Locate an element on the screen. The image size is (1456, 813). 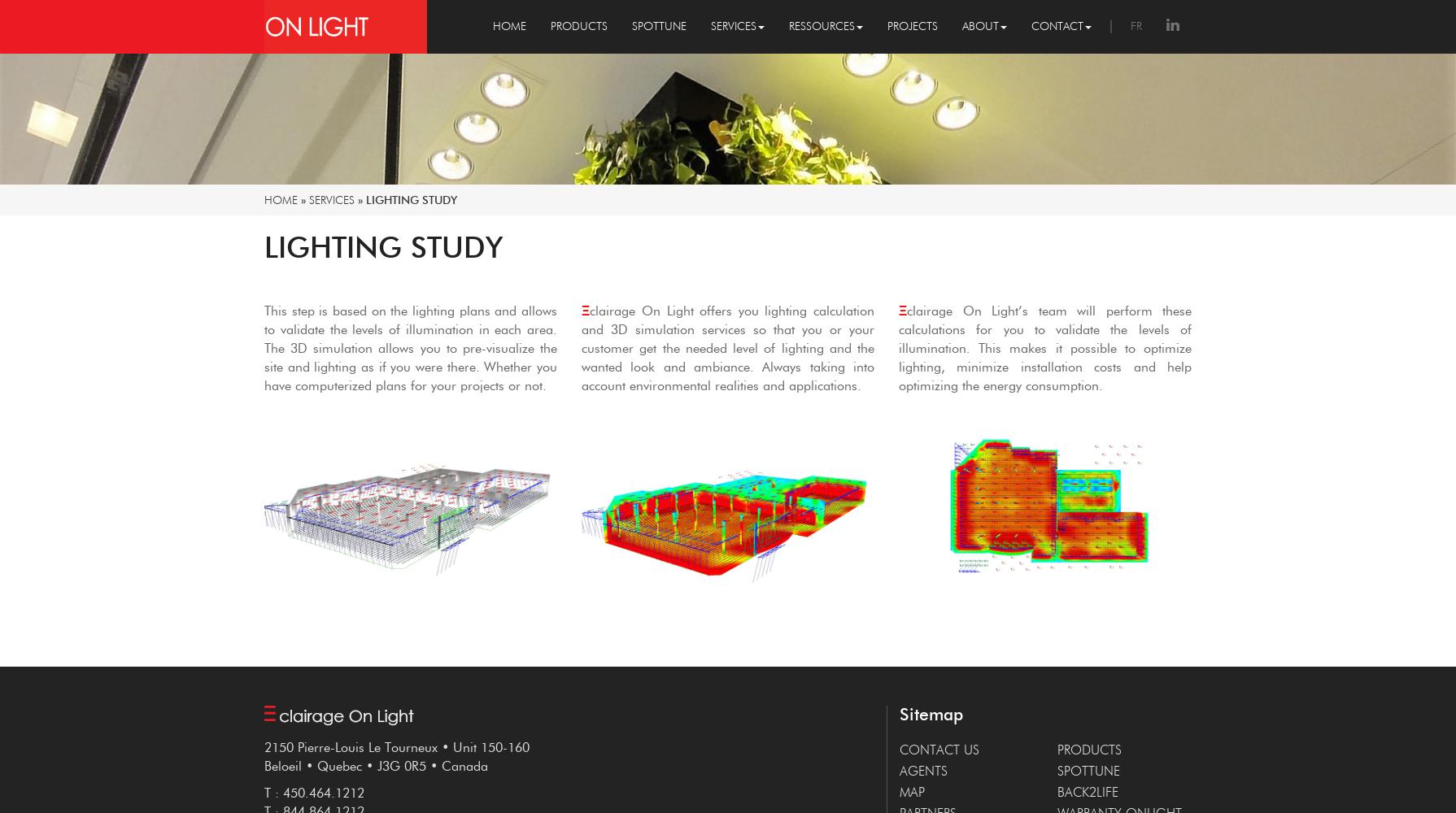
'2150 Pierre-Louis Le Tourneux • Unit 150-160' is located at coordinates (395, 747).